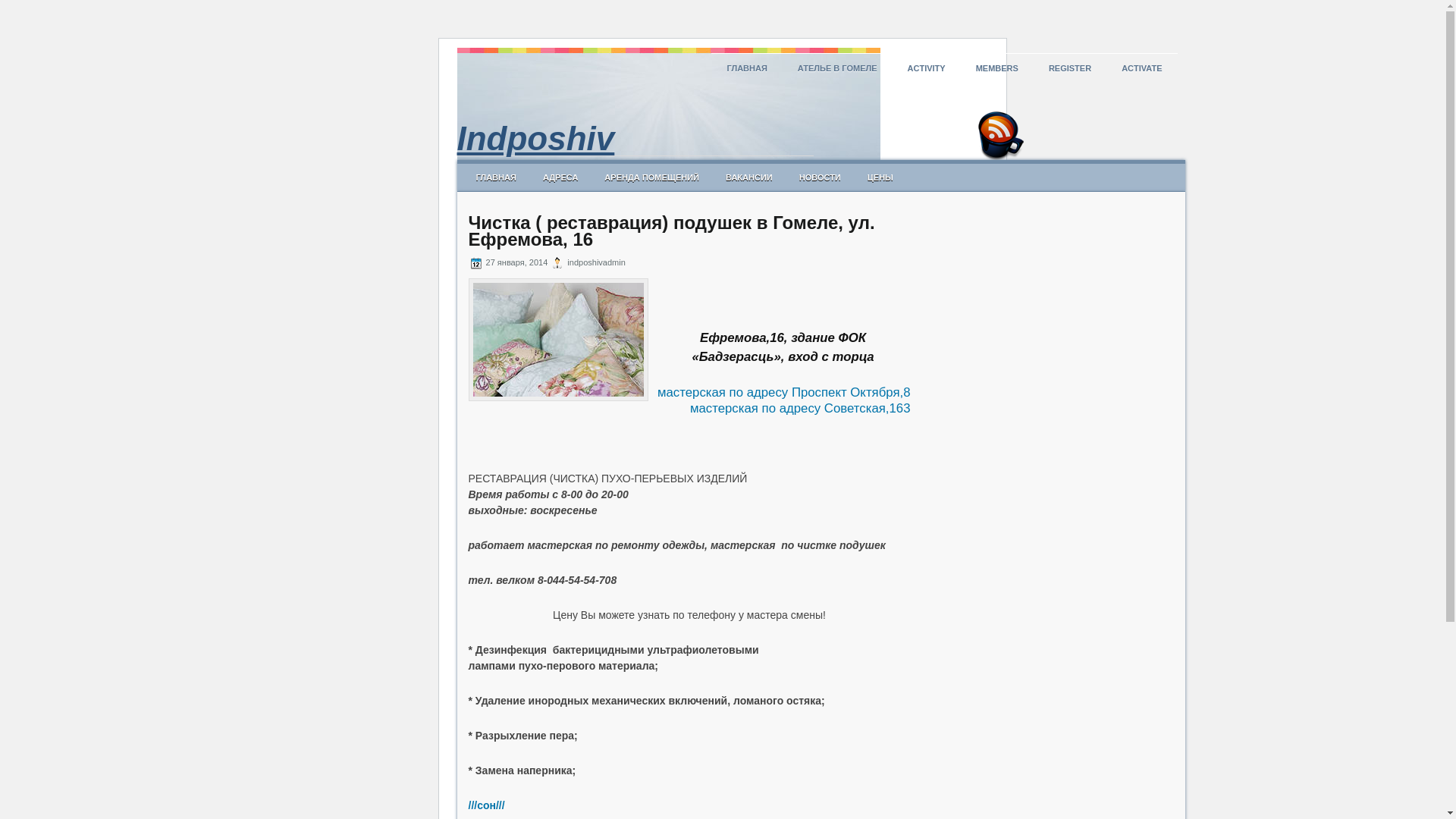 The image size is (1456, 819). What do you see at coordinates (926, 68) in the screenshot?
I see `'ACTIVITY'` at bounding box center [926, 68].